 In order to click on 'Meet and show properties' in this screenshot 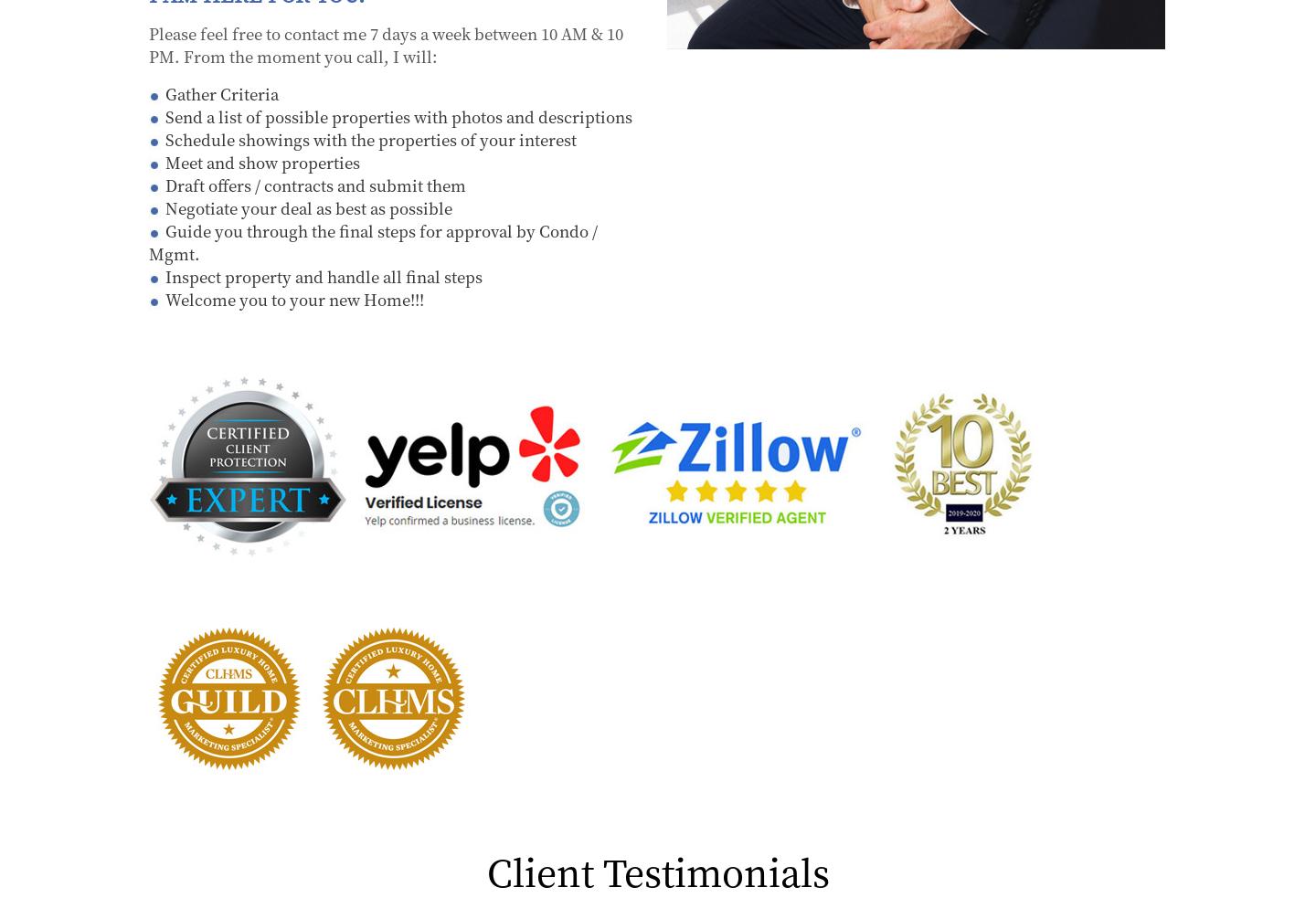, I will do `click(165, 161)`.